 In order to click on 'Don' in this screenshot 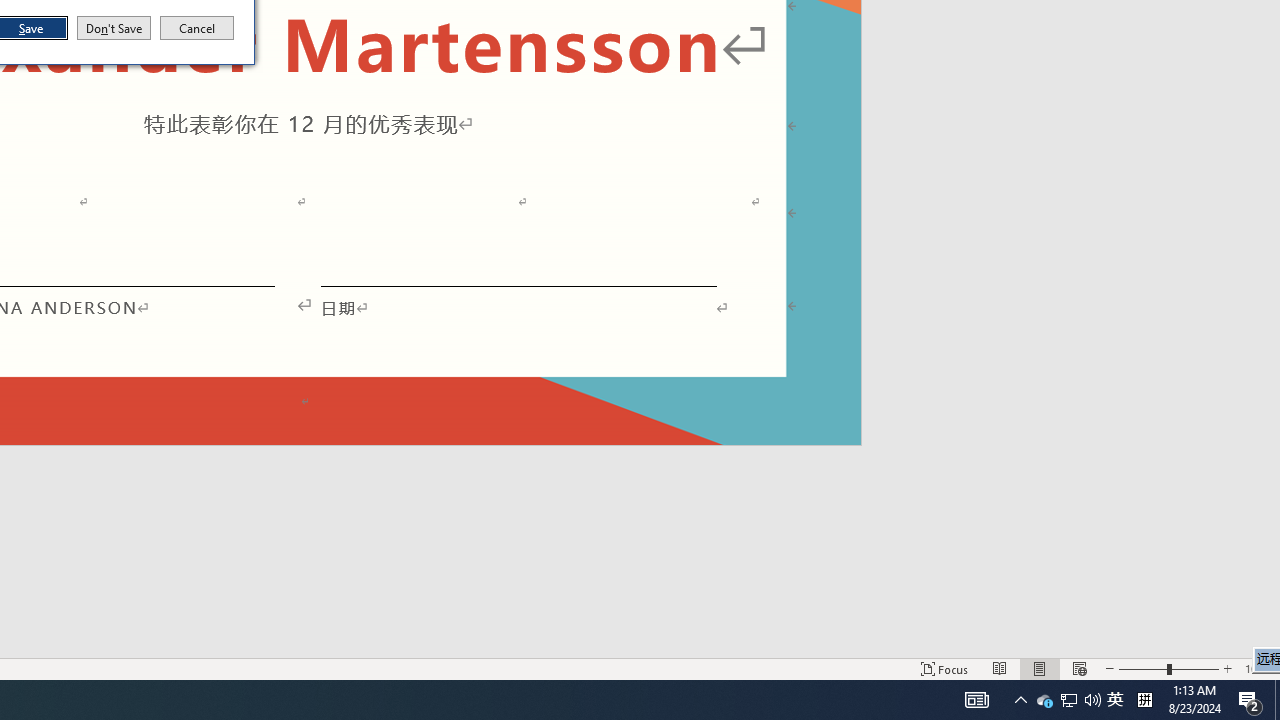, I will do `click(112, 28)`.